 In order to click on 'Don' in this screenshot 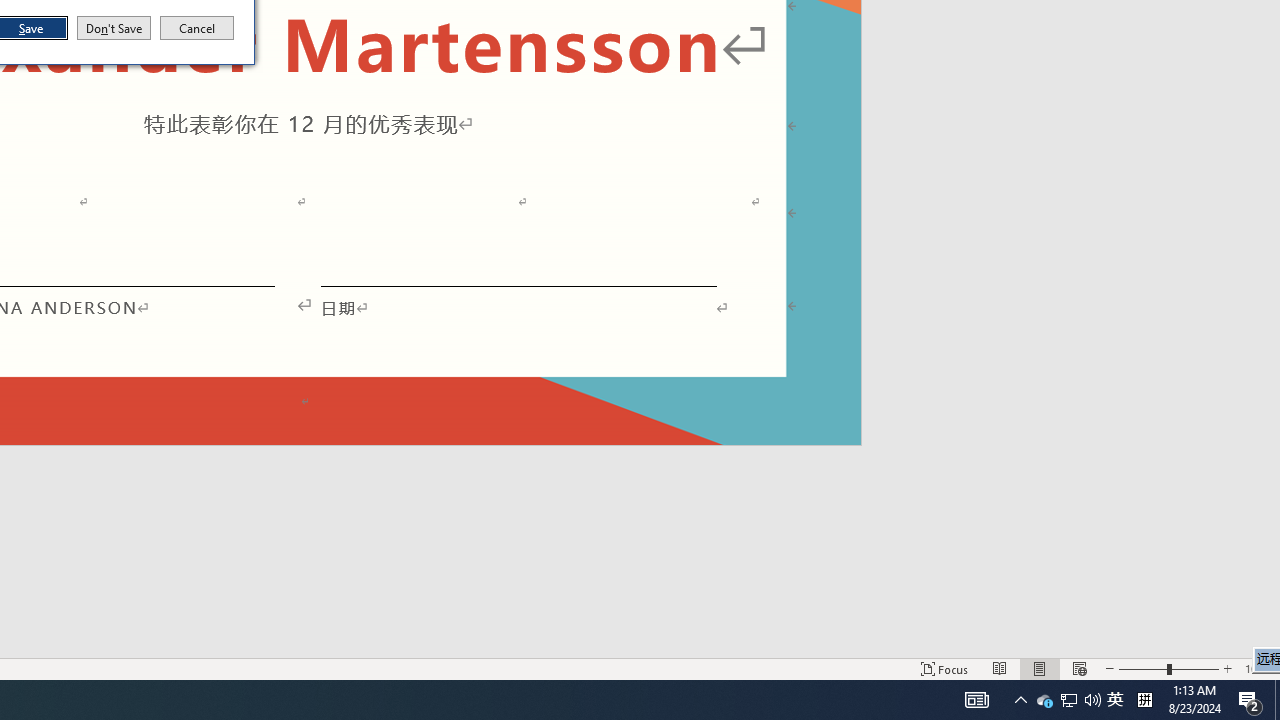, I will do `click(112, 28)`.